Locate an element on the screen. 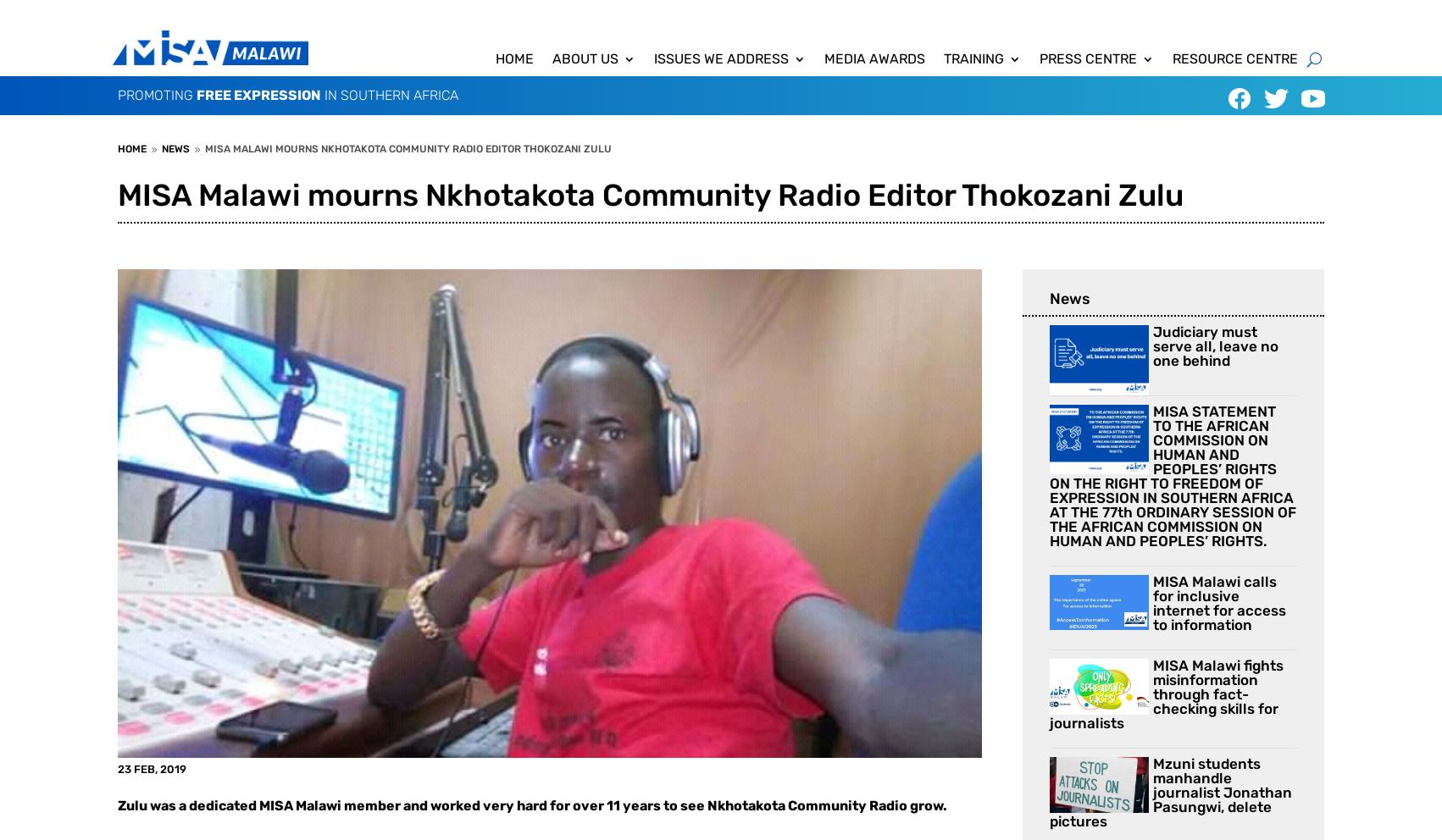  'MISA Malawi membership' is located at coordinates (641, 161).